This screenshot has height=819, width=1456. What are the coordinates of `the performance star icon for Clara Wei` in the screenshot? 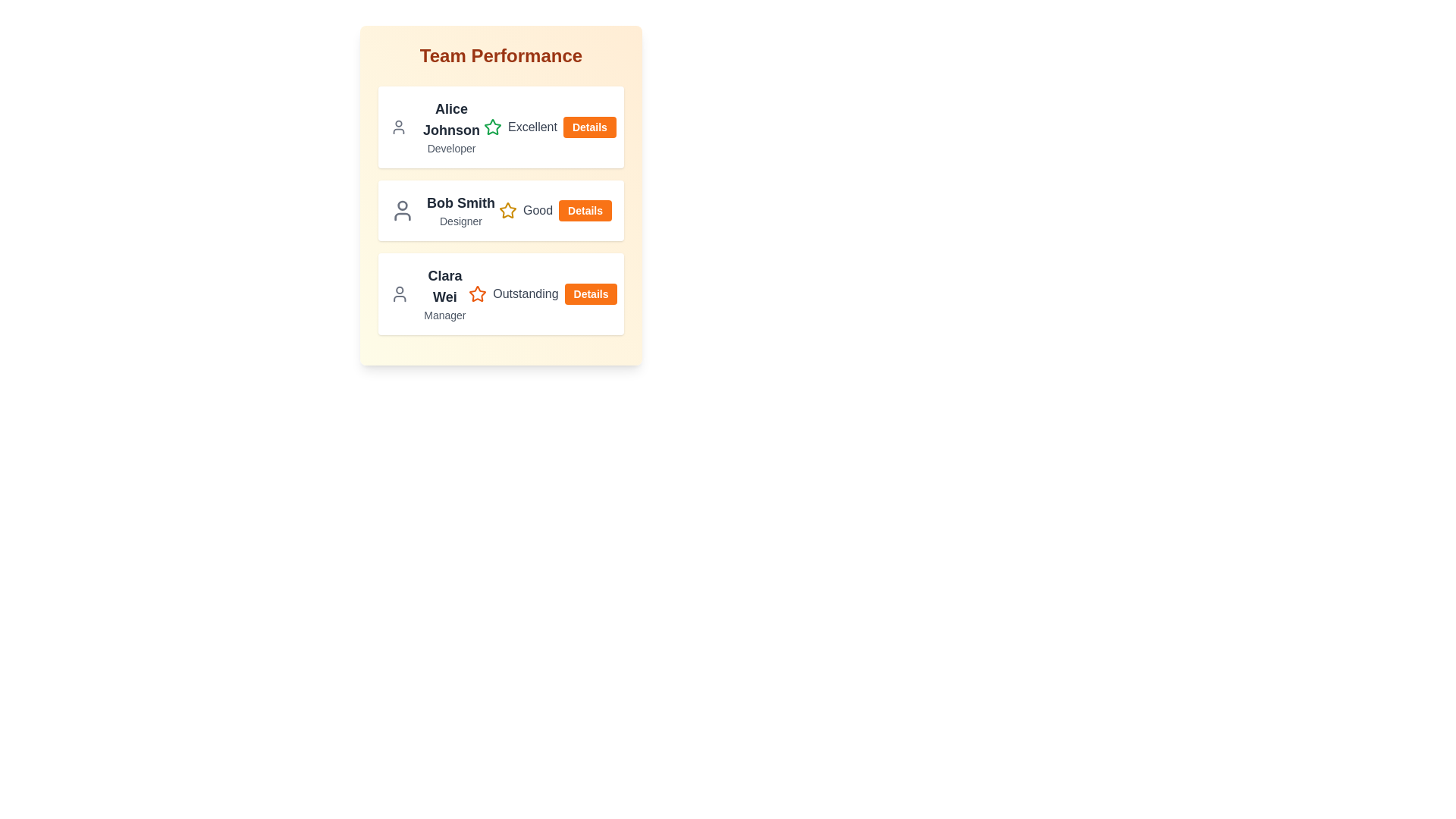 It's located at (476, 294).